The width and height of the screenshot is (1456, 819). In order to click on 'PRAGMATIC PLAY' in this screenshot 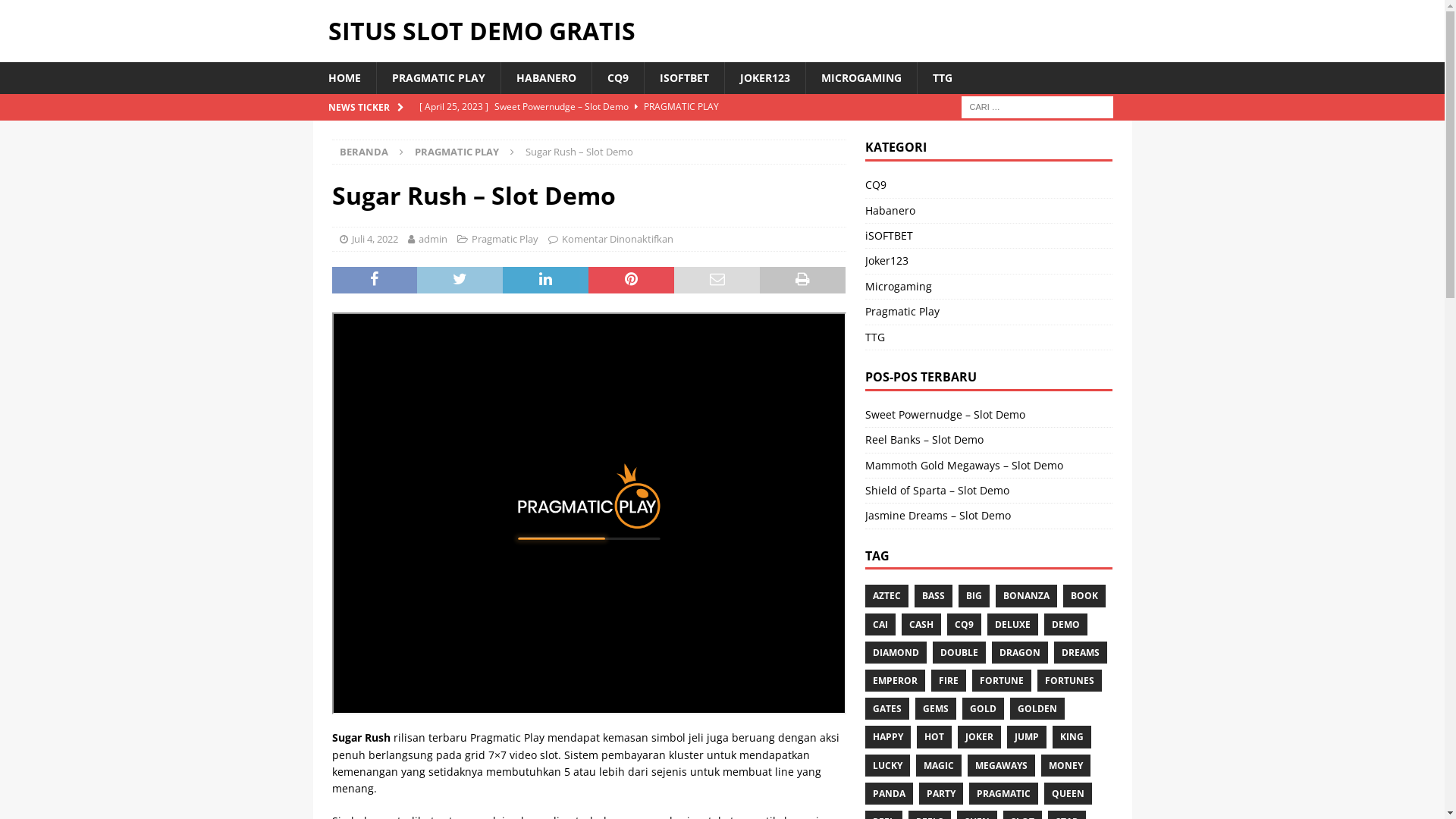, I will do `click(375, 78)`.